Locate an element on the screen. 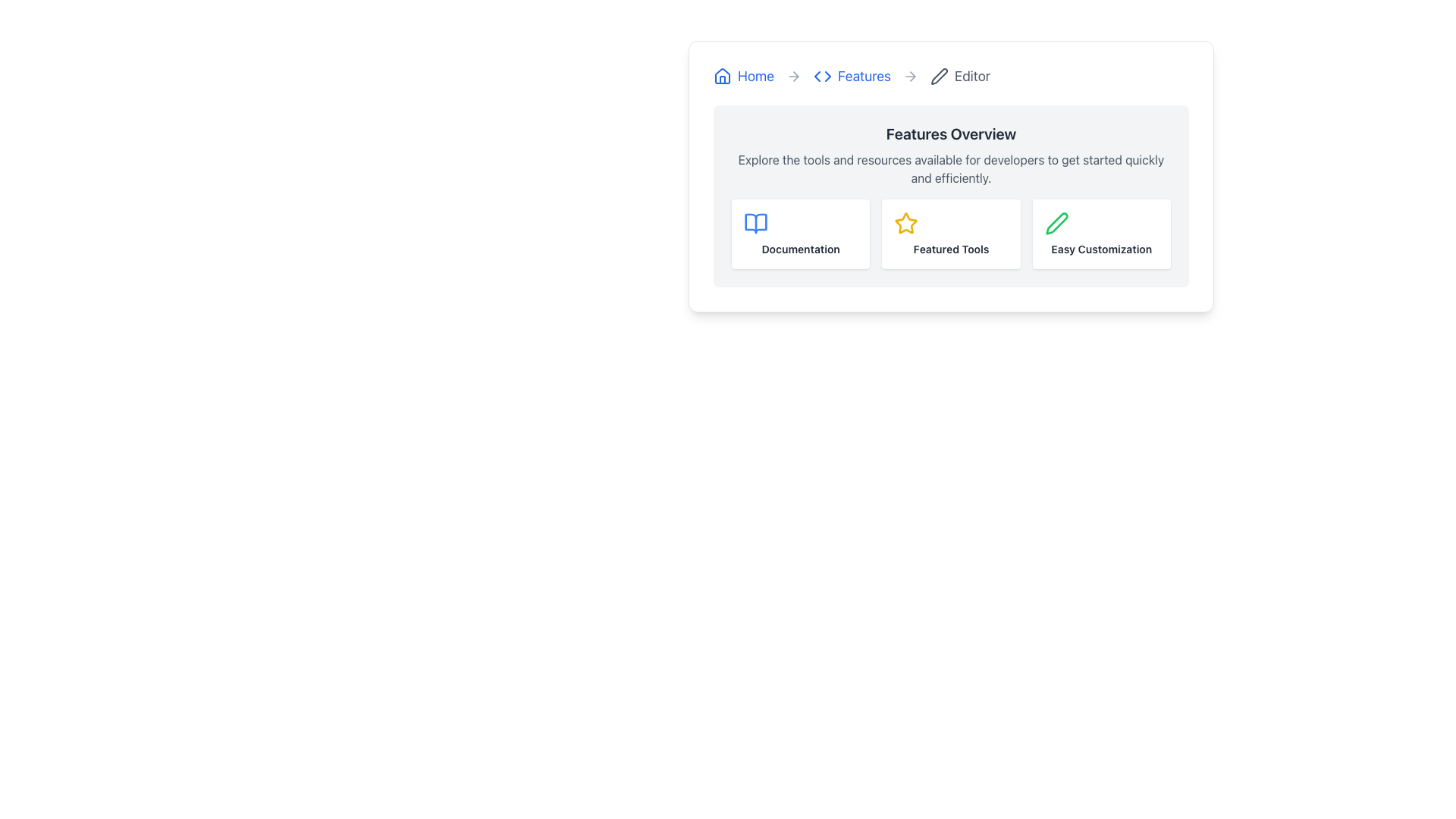 This screenshot has height=819, width=1456. the 'Featured Tools' text label, which is styled in bold gray font and centrally aligned within a card layout, positioned below a yellow star icon is located at coordinates (950, 248).